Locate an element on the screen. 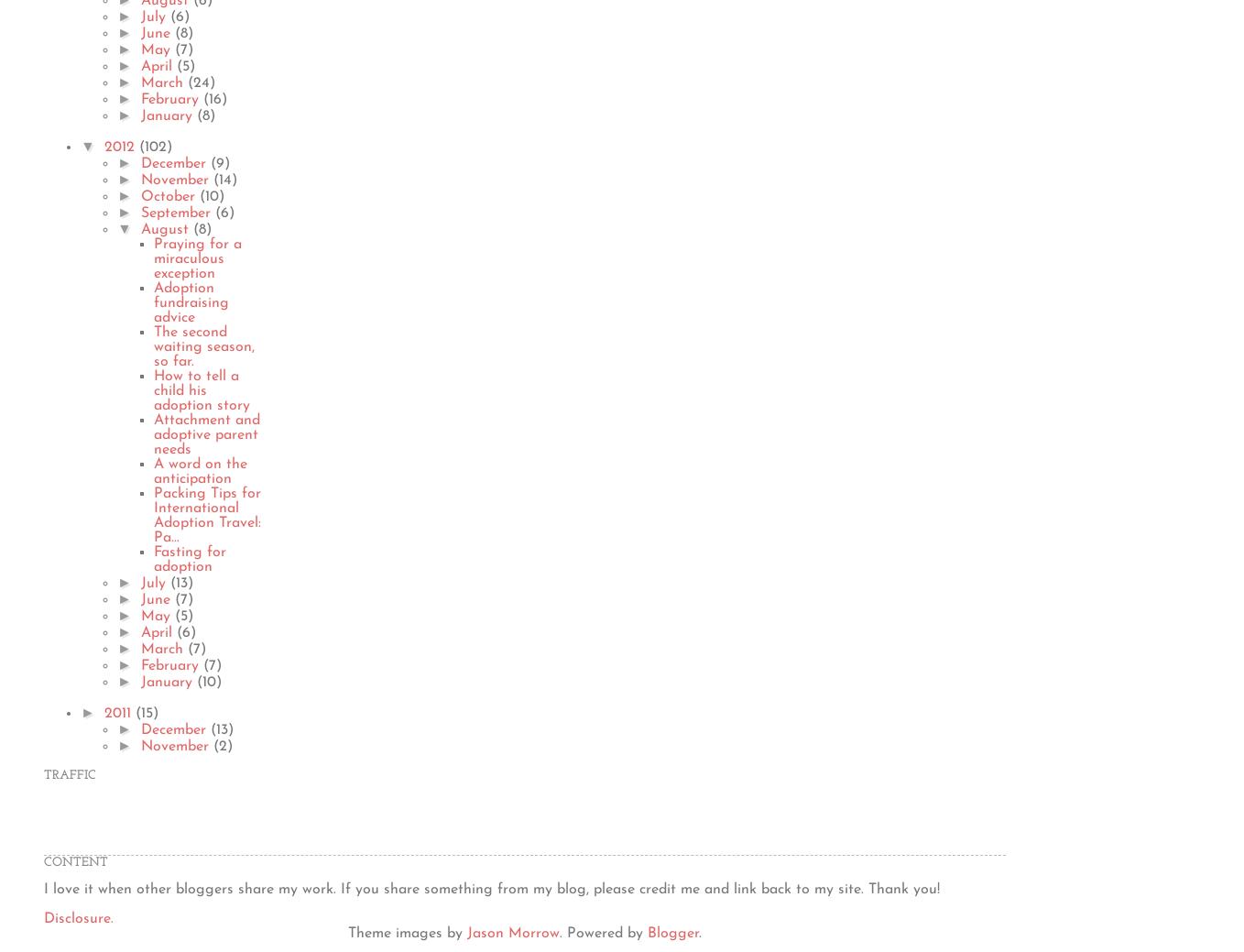  'Disclosure.' is located at coordinates (42, 918).